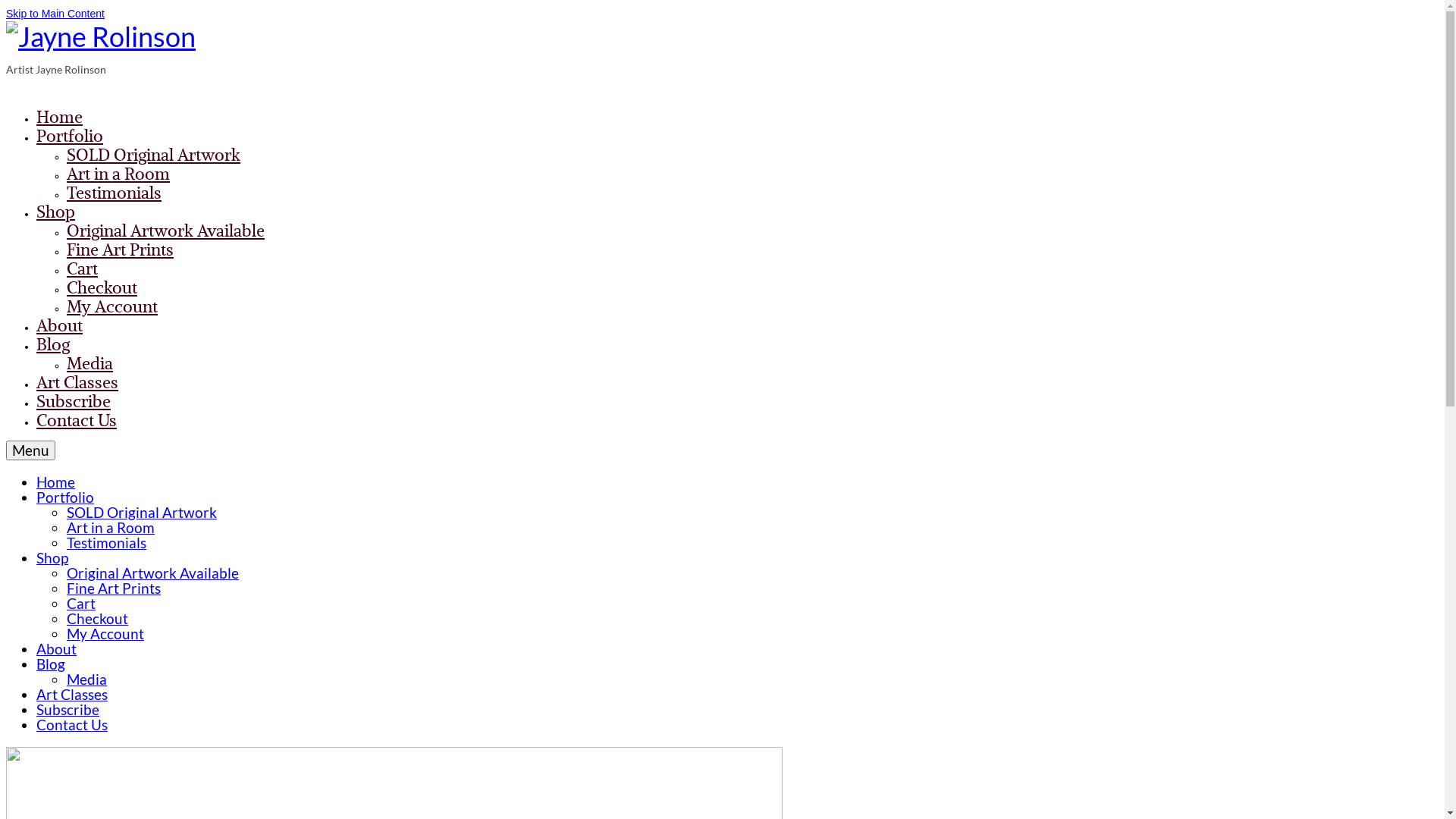 This screenshot has height=819, width=1456. What do you see at coordinates (36, 482) in the screenshot?
I see `'Home'` at bounding box center [36, 482].